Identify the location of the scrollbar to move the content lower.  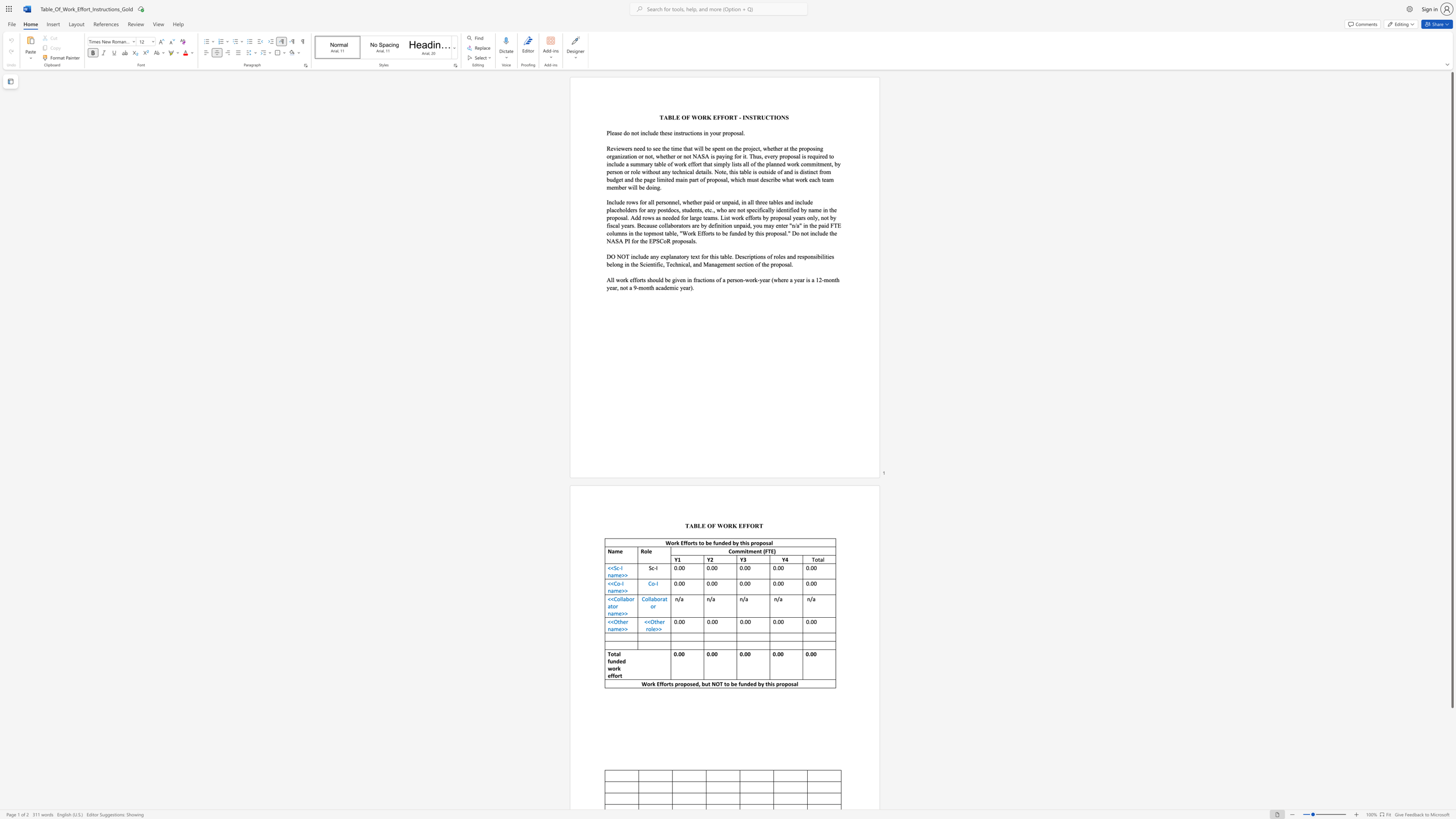
(1451, 762).